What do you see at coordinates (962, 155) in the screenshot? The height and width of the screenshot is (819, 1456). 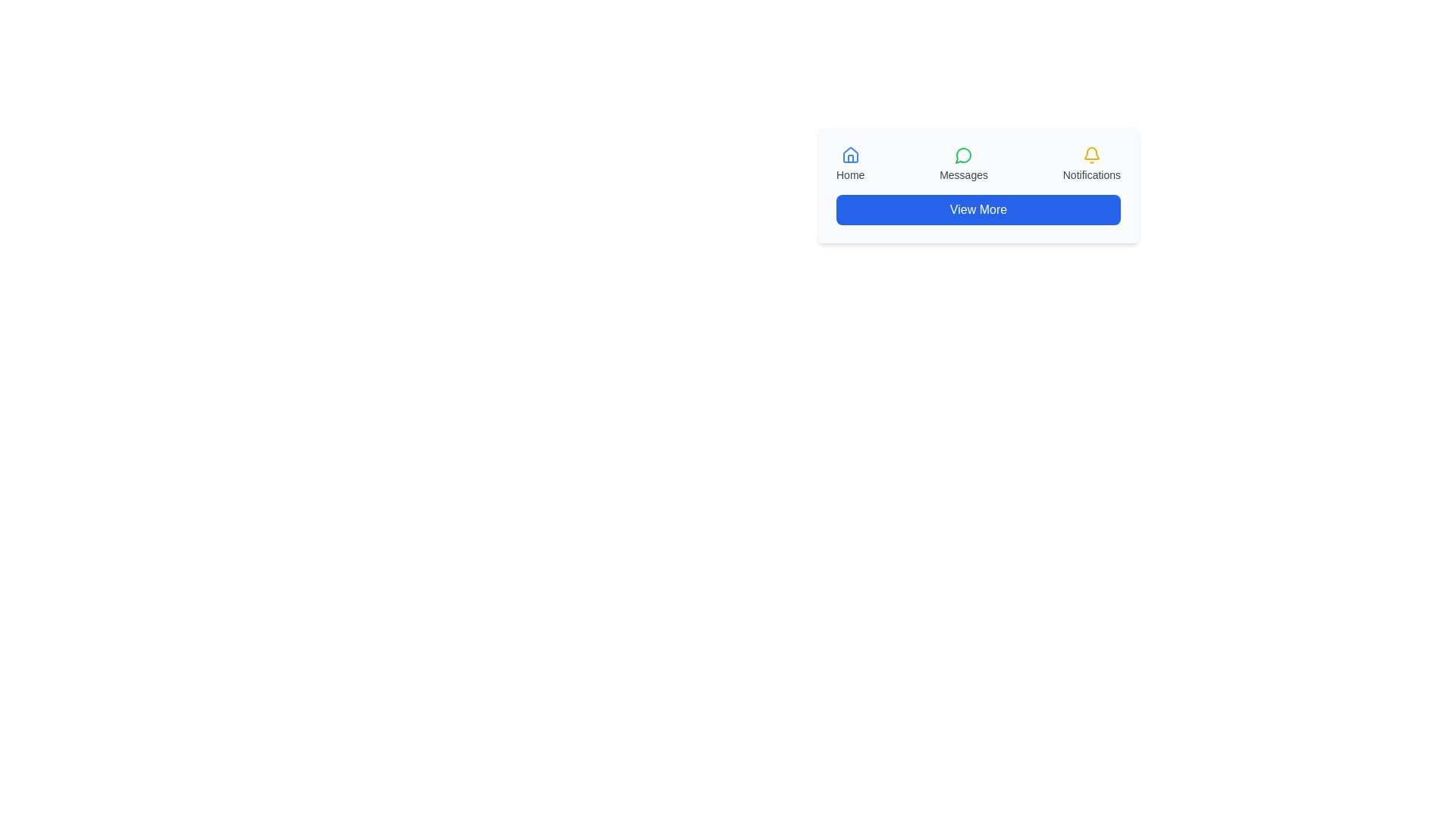 I see `the 'Messages' icon located in the central section of three icons` at bounding box center [962, 155].